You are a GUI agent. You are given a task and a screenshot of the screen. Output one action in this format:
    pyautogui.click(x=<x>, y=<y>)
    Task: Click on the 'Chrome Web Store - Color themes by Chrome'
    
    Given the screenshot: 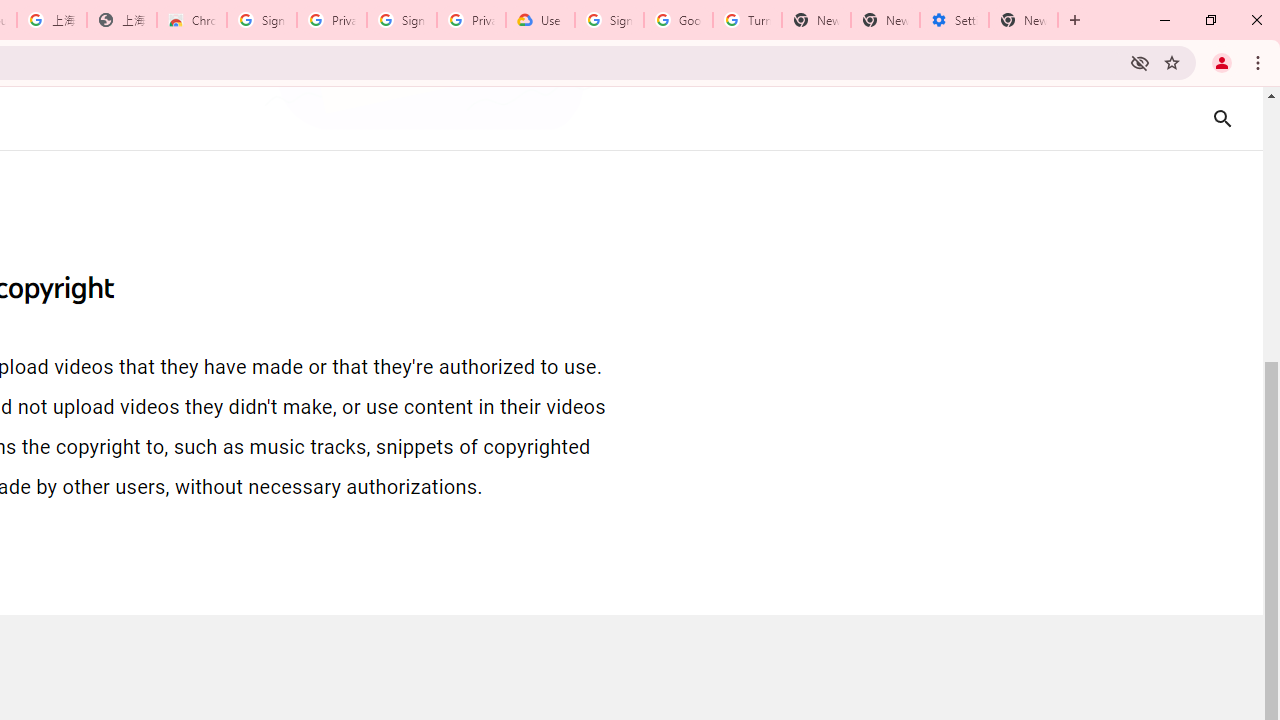 What is the action you would take?
    pyautogui.click(x=192, y=20)
    